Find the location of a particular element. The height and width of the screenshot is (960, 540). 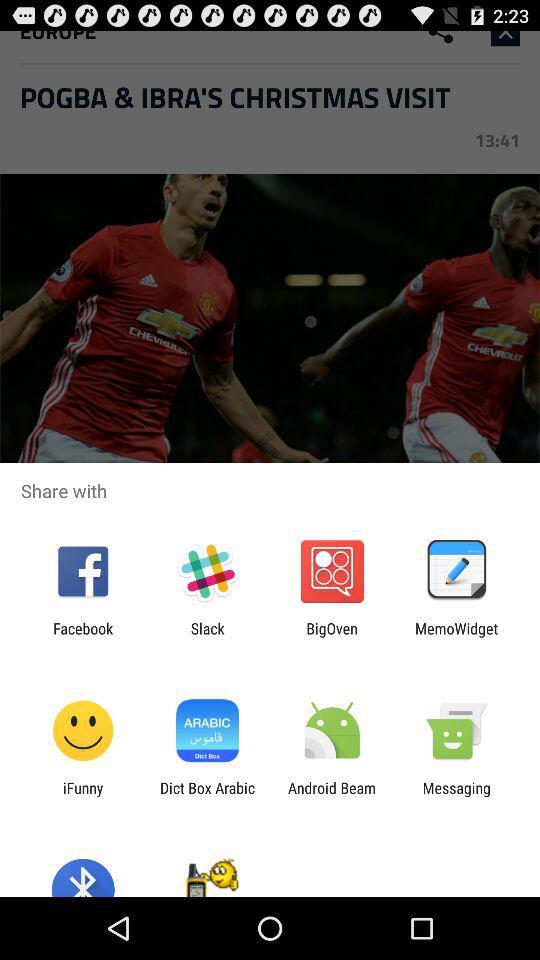

facebook app is located at coordinates (82, 636).